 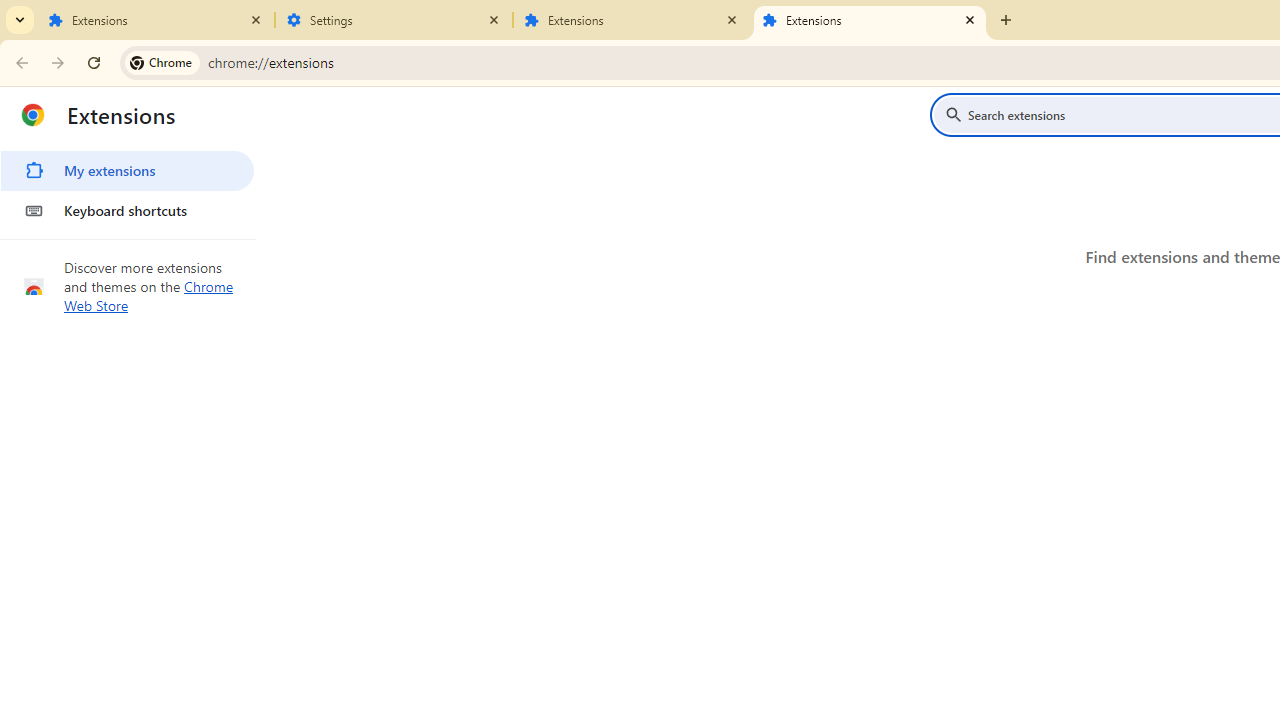 I want to click on 'AutomationID: sectionMenu', so click(x=127, y=187).